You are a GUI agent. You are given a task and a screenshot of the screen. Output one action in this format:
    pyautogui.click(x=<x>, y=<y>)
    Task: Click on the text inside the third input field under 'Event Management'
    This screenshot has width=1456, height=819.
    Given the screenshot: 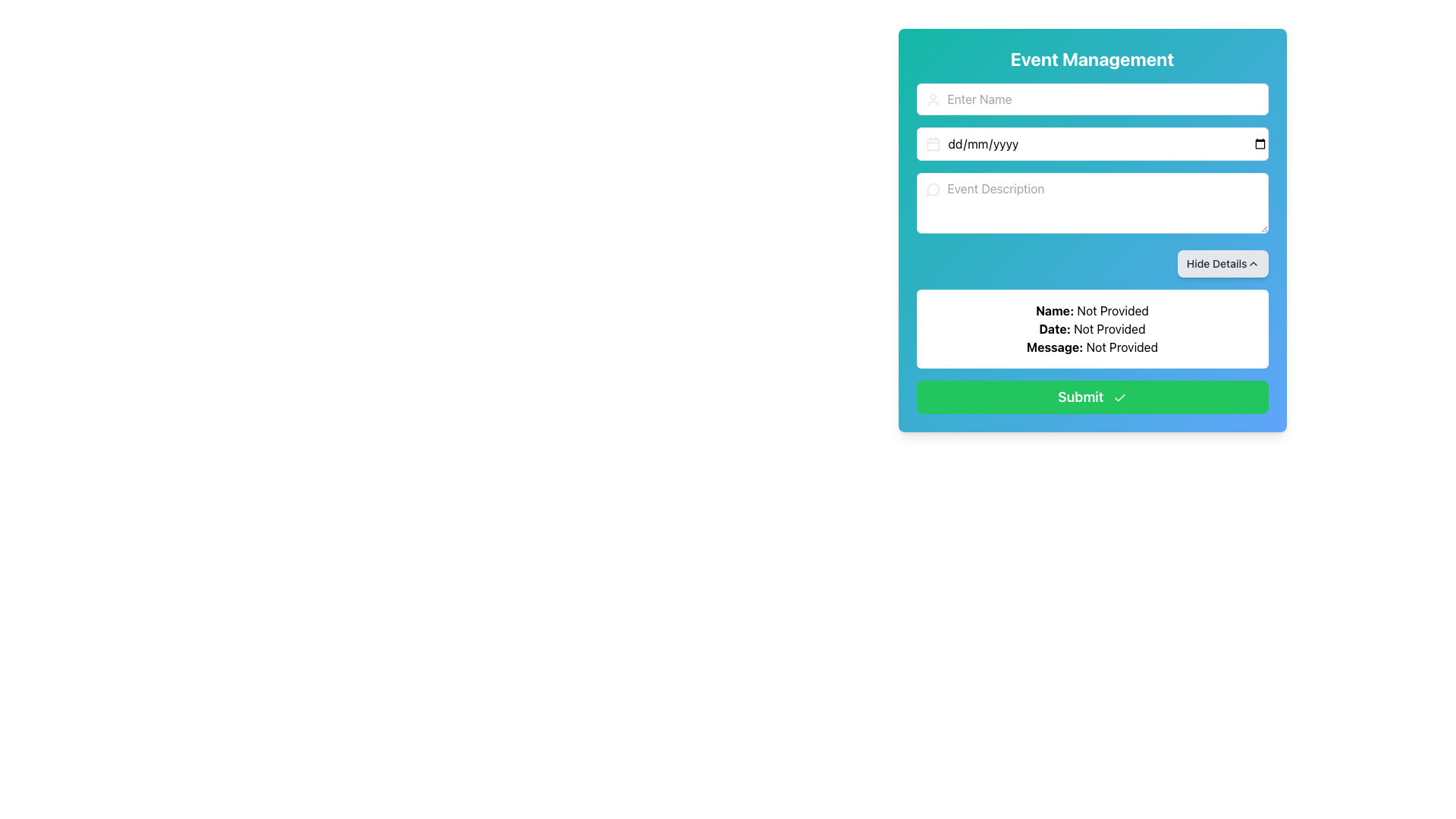 What is the action you would take?
    pyautogui.click(x=1092, y=205)
    